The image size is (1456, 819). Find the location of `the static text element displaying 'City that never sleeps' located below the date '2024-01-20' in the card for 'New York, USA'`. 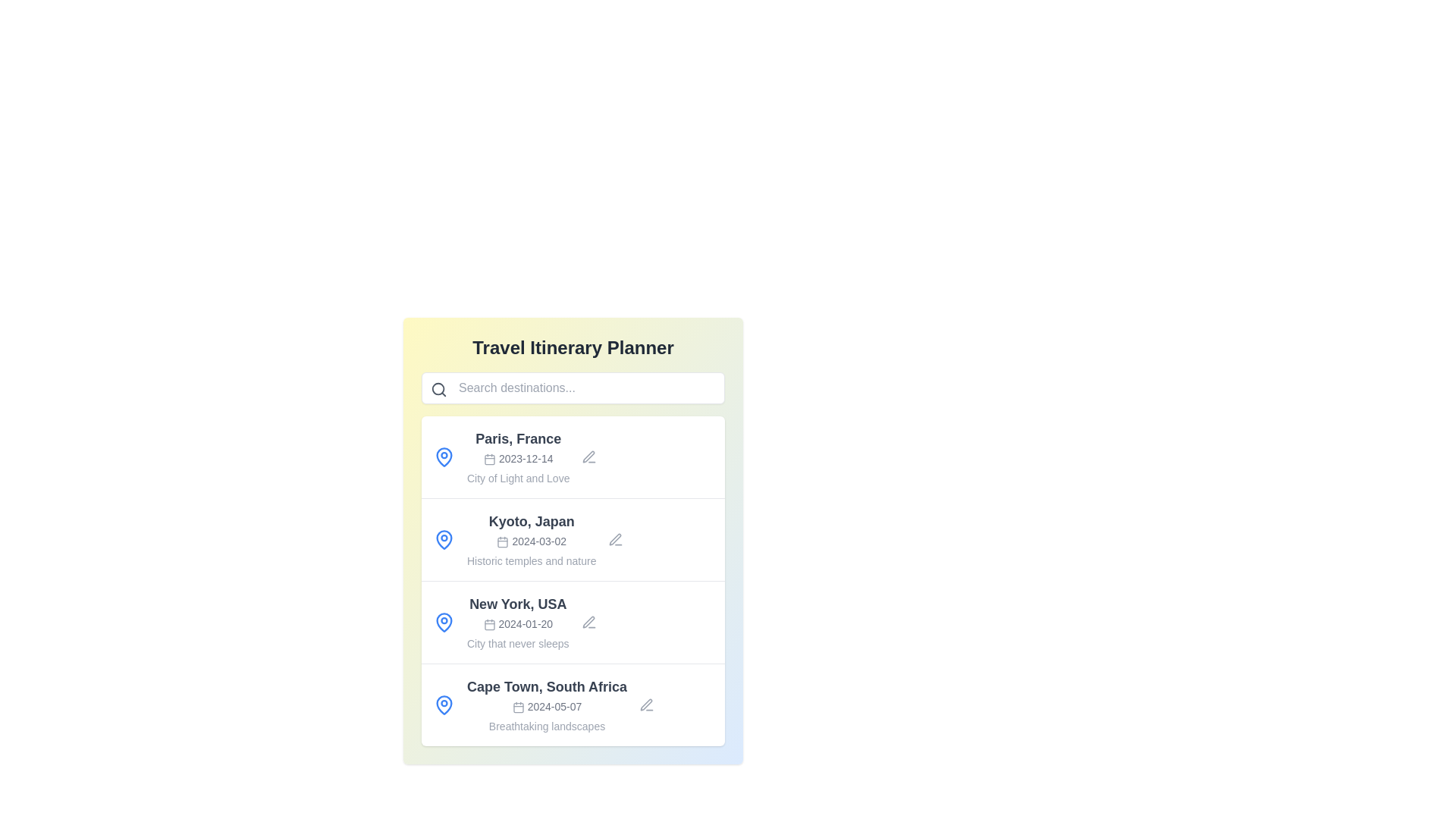

the static text element displaying 'City that never sleeps' located below the date '2024-01-20' in the card for 'New York, USA' is located at coordinates (518, 643).